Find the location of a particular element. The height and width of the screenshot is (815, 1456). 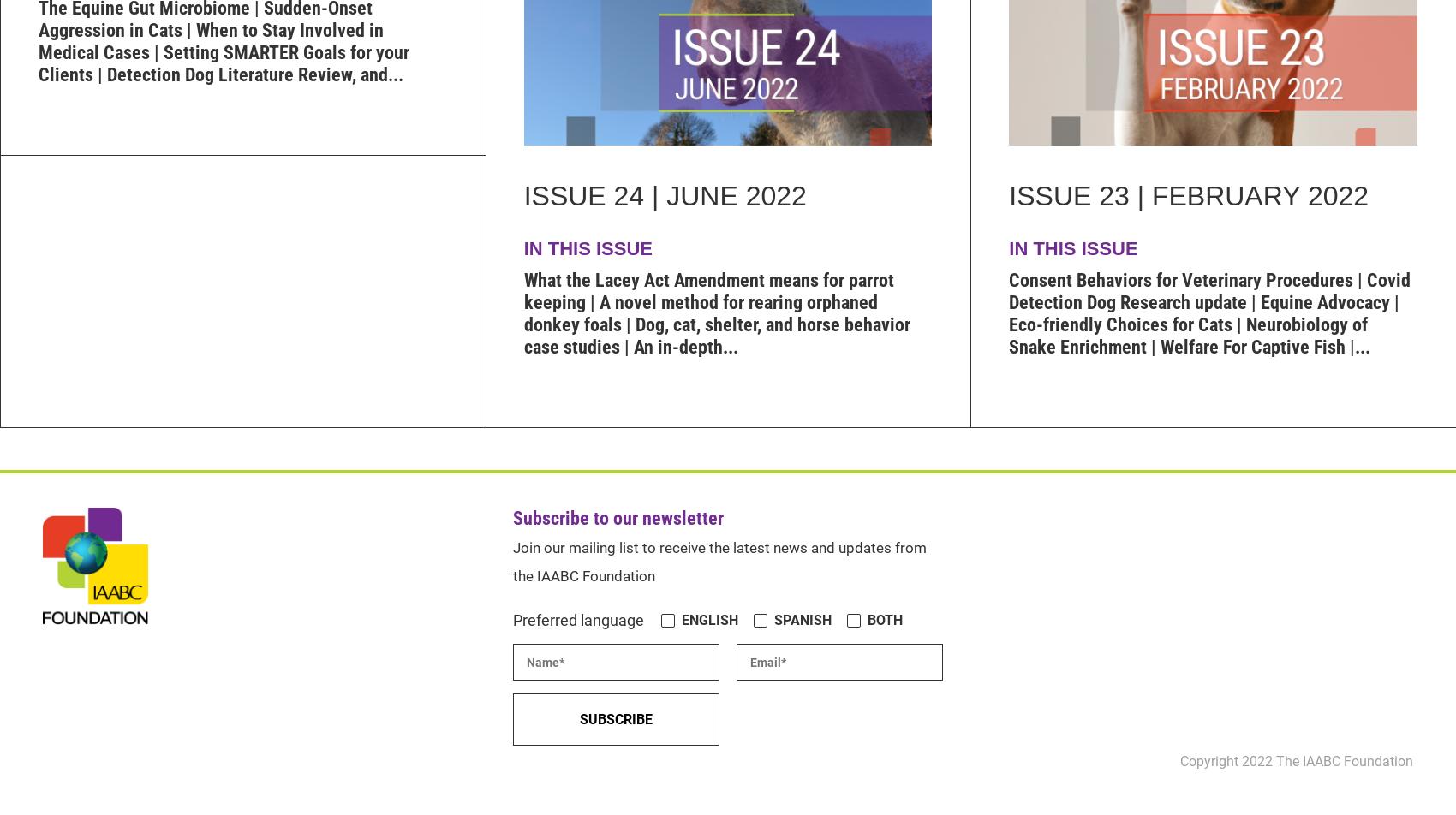

'Issue 23 | February 2022' is located at coordinates (1188, 195).